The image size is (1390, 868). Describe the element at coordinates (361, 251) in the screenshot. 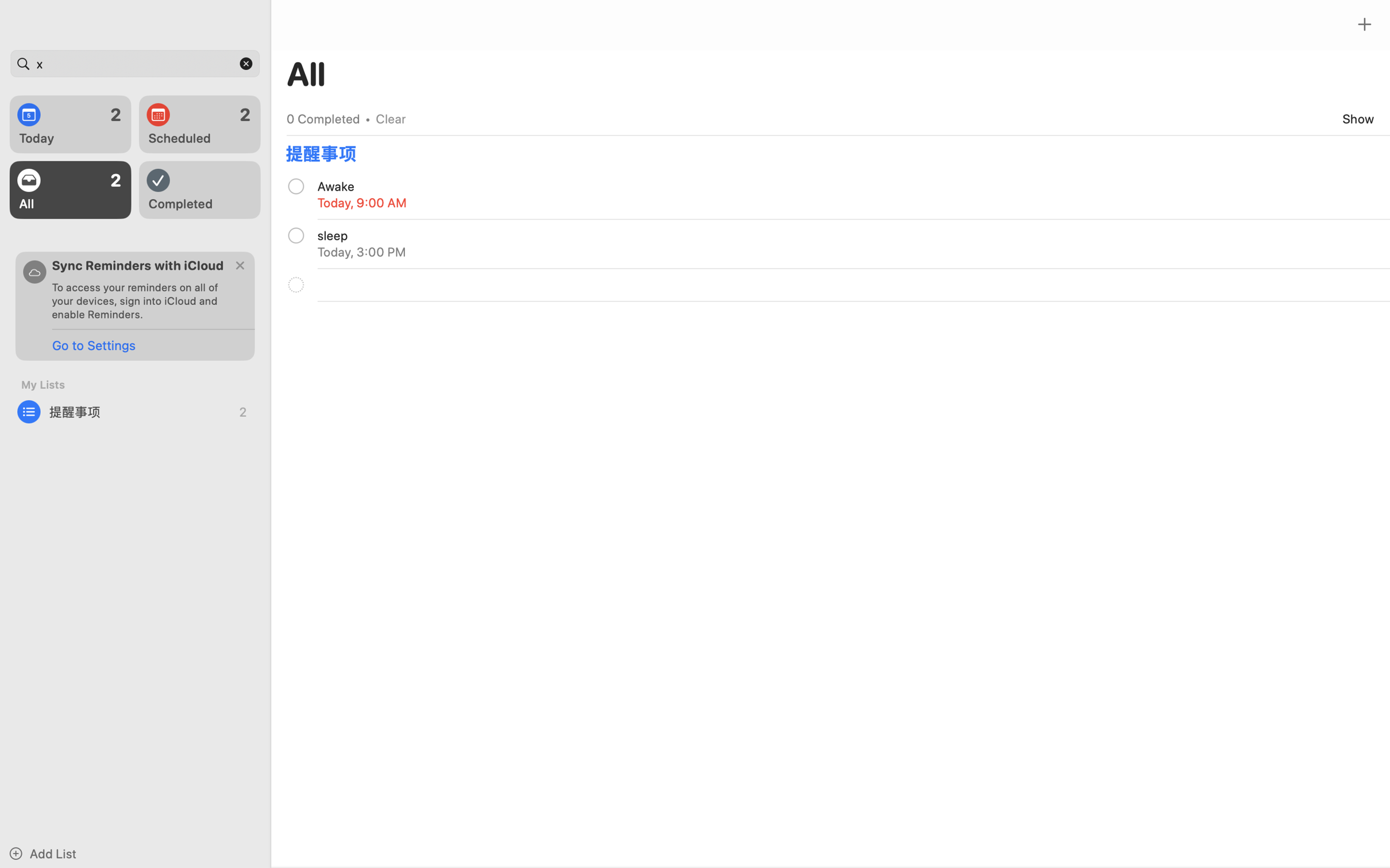

I see `'Today, 3:00 PM'` at that location.